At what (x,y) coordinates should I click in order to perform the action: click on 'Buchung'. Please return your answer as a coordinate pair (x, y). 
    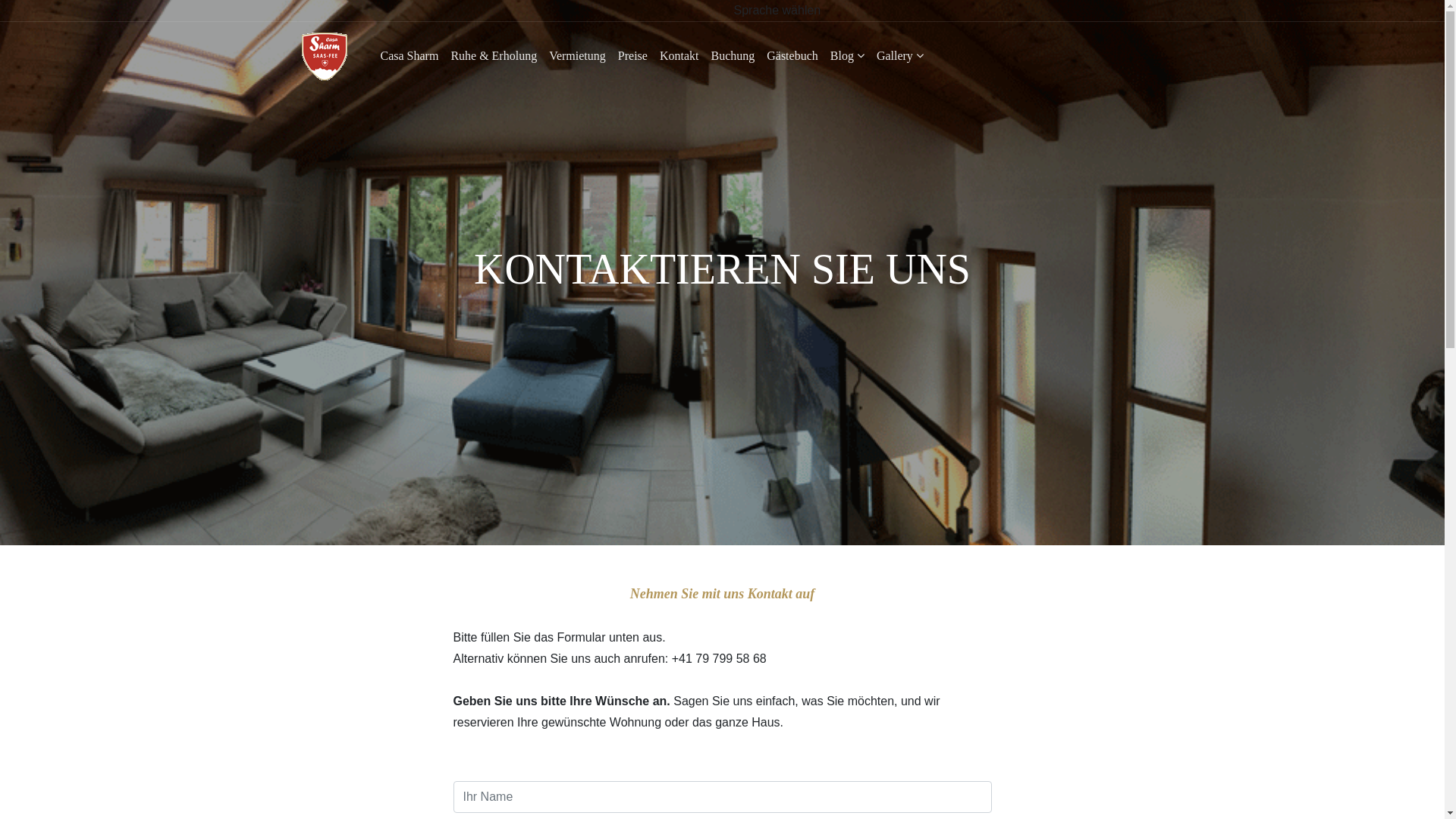
    Looking at the image, I should click on (732, 55).